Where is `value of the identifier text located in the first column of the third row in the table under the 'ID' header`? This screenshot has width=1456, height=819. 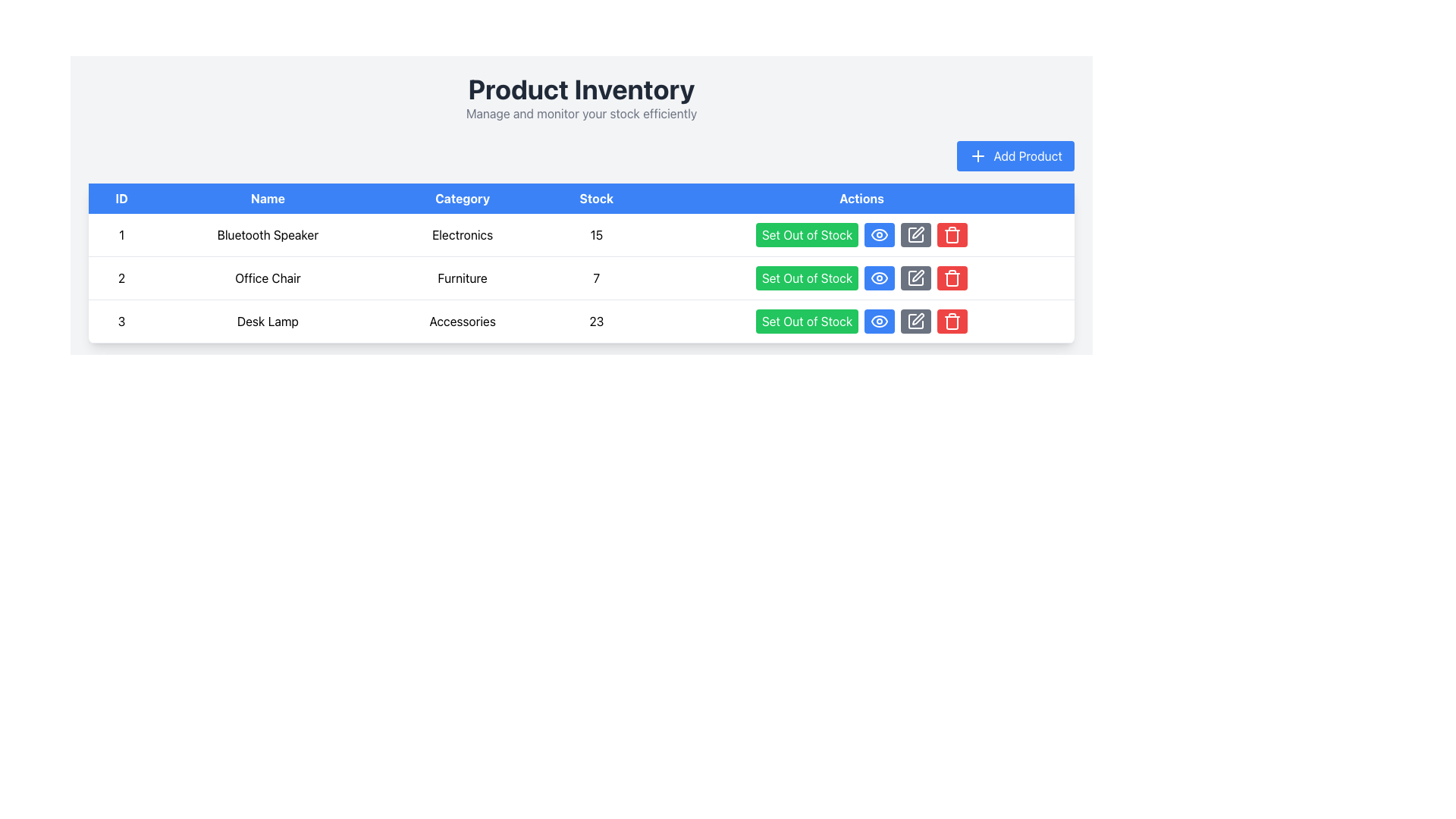
value of the identifier text located in the first column of the third row in the table under the 'ID' header is located at coordinates (121, 321).